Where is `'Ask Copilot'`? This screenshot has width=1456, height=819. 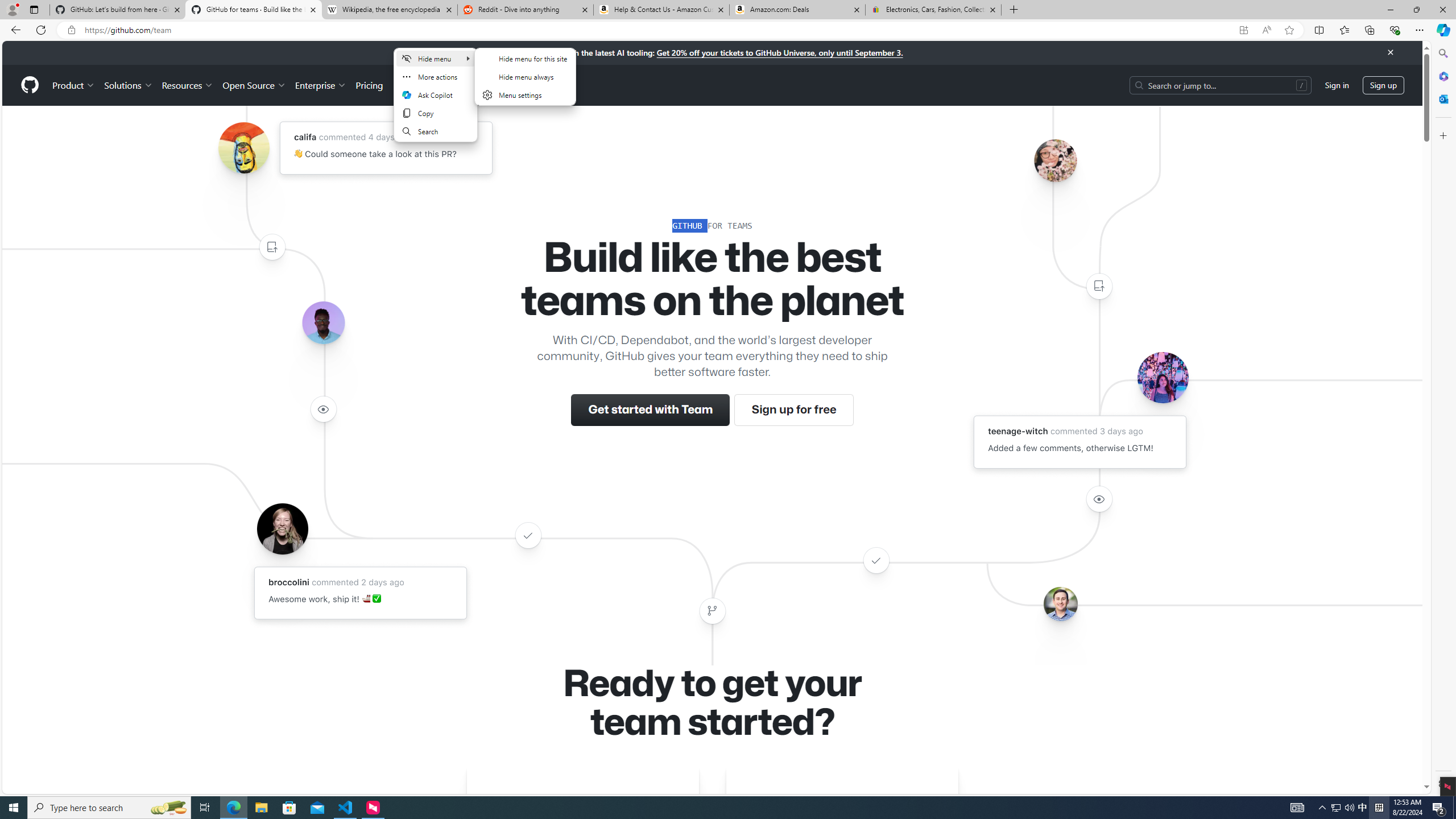
'Ask Copilot' is located at coordinates (436, 94).